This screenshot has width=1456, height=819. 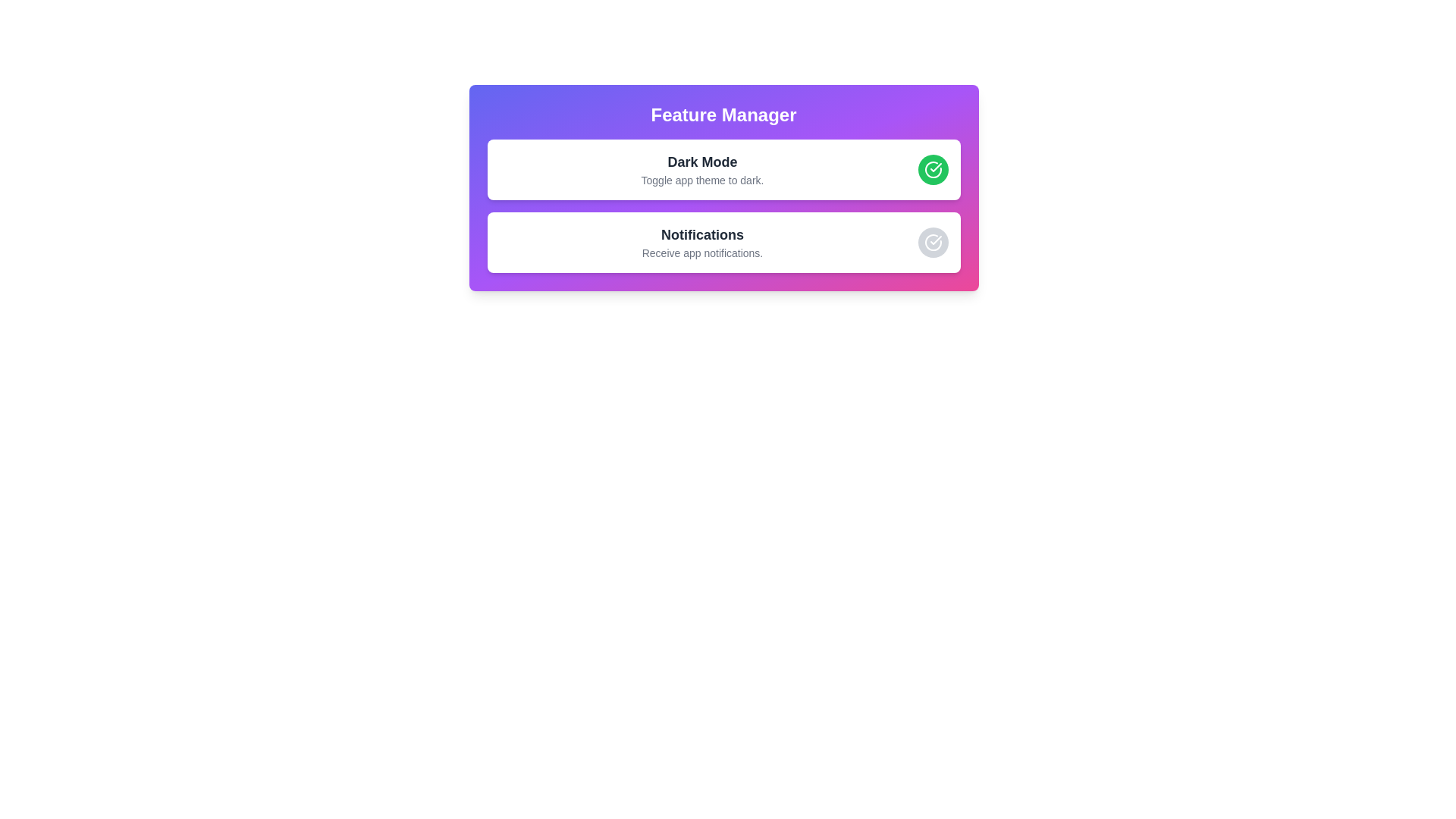 I want to click on the interactive button located at the far right of the row labeled 'NotificationsReceive app notifications.' in the bottom section of the feature list, so click(x=932, y=242).